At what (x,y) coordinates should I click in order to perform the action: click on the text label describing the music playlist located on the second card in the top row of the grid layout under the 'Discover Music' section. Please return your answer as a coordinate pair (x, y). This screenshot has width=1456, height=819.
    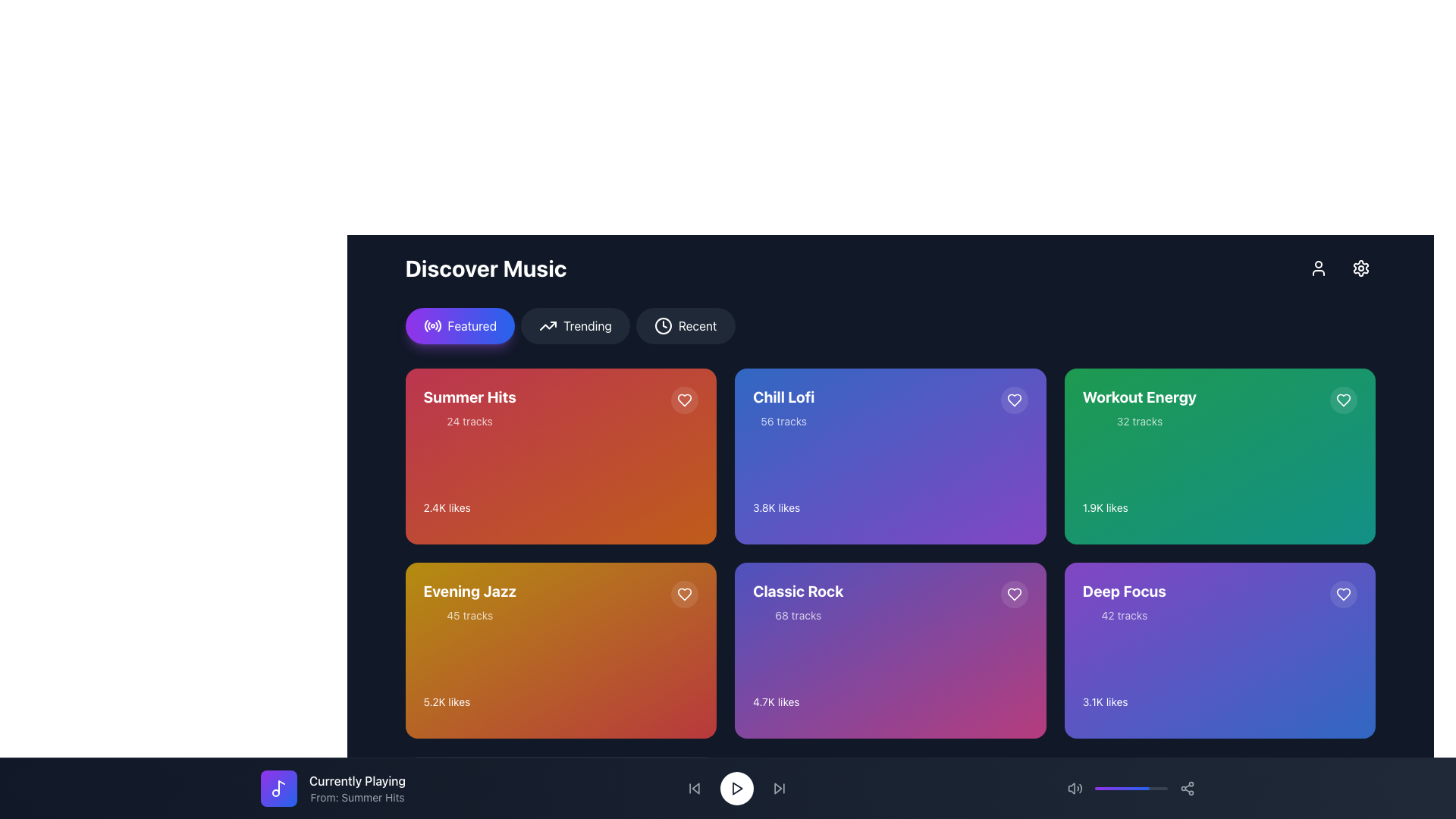
    Looking at the image, I should click on (783, 406).